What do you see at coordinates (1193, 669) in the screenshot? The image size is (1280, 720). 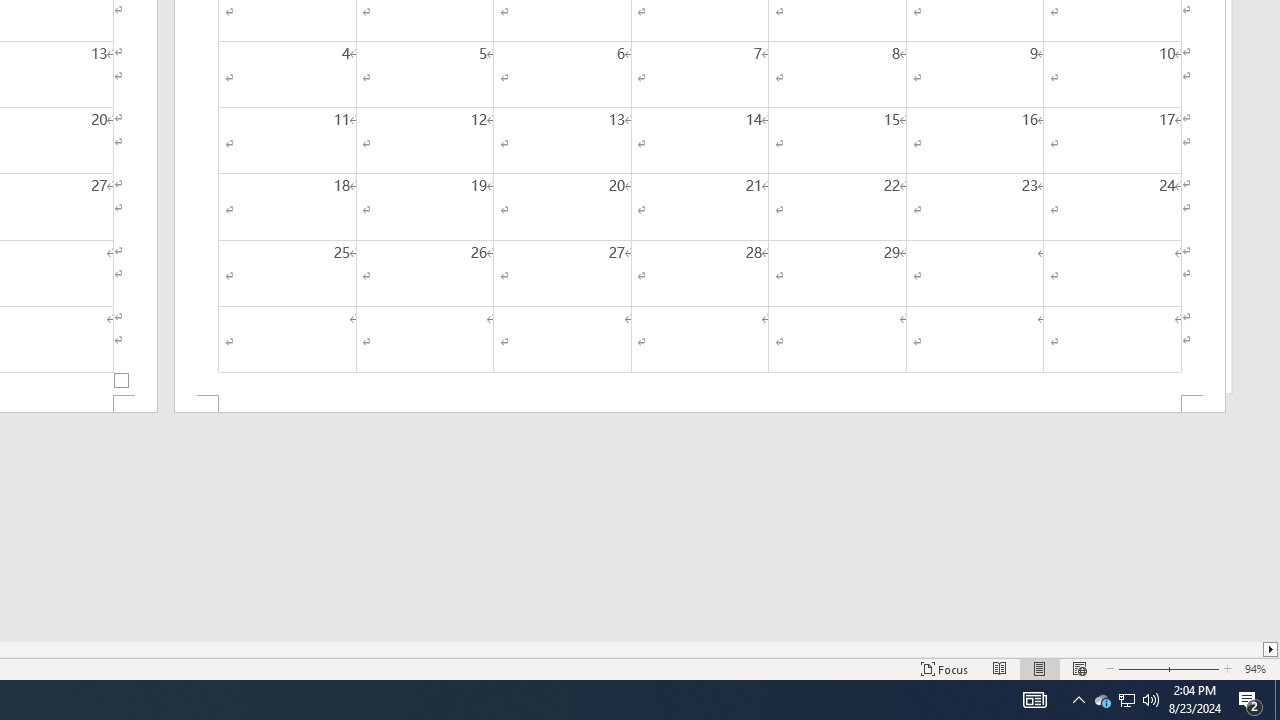 I see `'Zoom In'` at bounding box center [1193, 669].